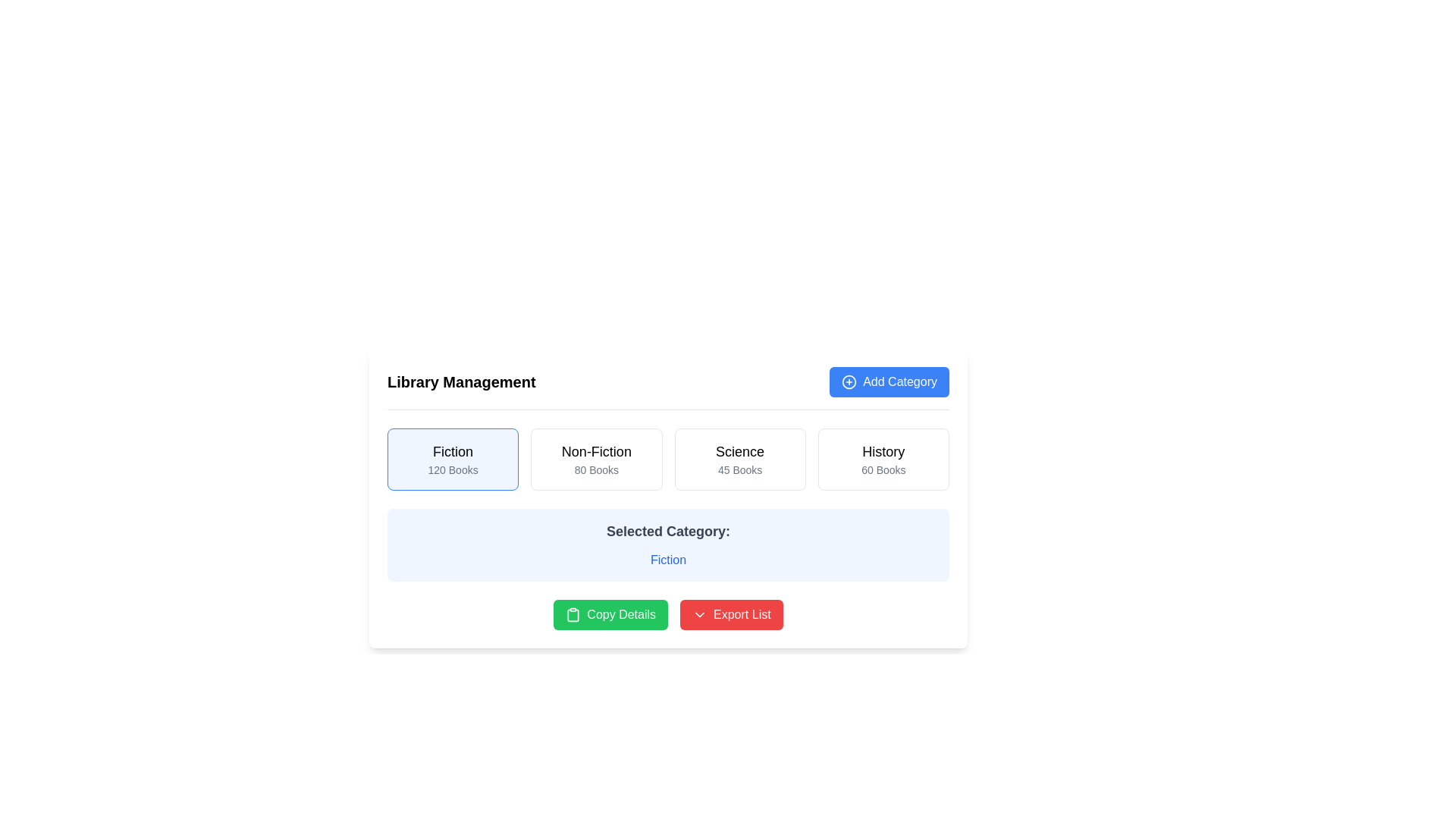 This screenshot has height=819, width=1456. What do you see at coordinates (595, 458) in the screenshot?
I see `the 'Non-Fiction' button, which is a rectangular button with rounded corners and features the text 'Non-Fiction' and '80 Books'` at bounding box center [595, 458].